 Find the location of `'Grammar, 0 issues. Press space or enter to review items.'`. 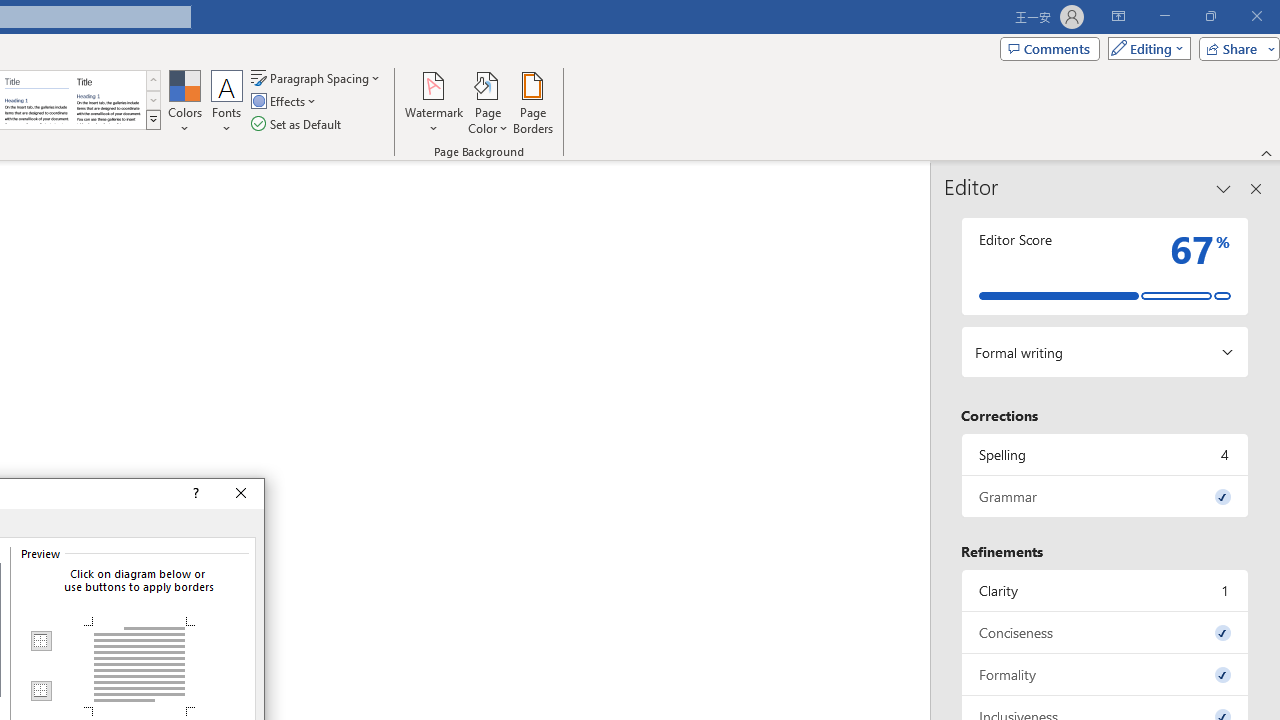

'Grammar, 0 issues. Press space or enter to review items.' is located at coordinates (1104, 495).